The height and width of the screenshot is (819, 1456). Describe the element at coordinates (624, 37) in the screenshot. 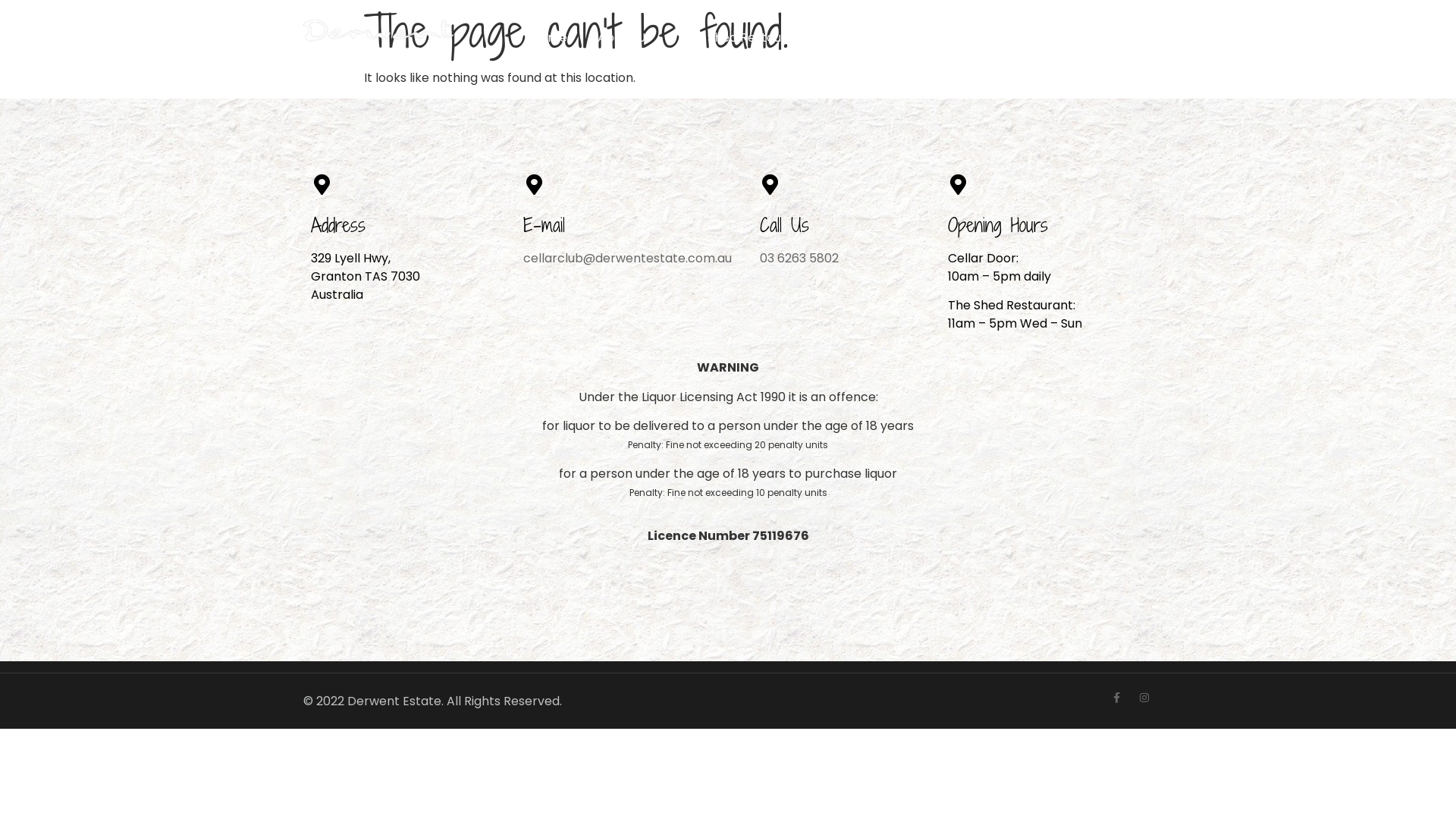

I see `'About Us'` at that location.